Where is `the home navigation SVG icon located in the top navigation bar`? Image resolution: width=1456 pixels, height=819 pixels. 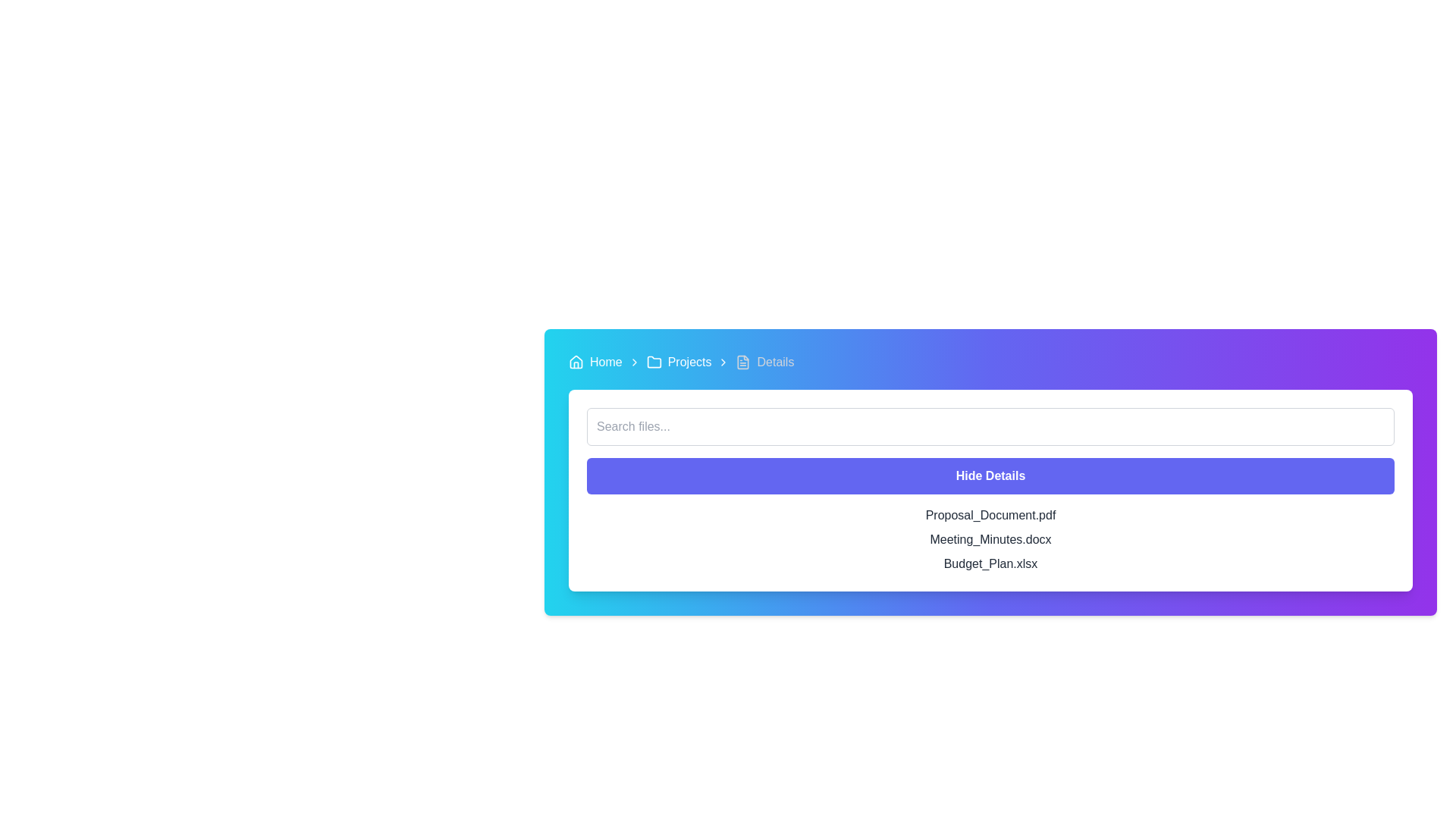
the home navigation SVG icon located in the top navigation bar is located at coordinates (575, 362).